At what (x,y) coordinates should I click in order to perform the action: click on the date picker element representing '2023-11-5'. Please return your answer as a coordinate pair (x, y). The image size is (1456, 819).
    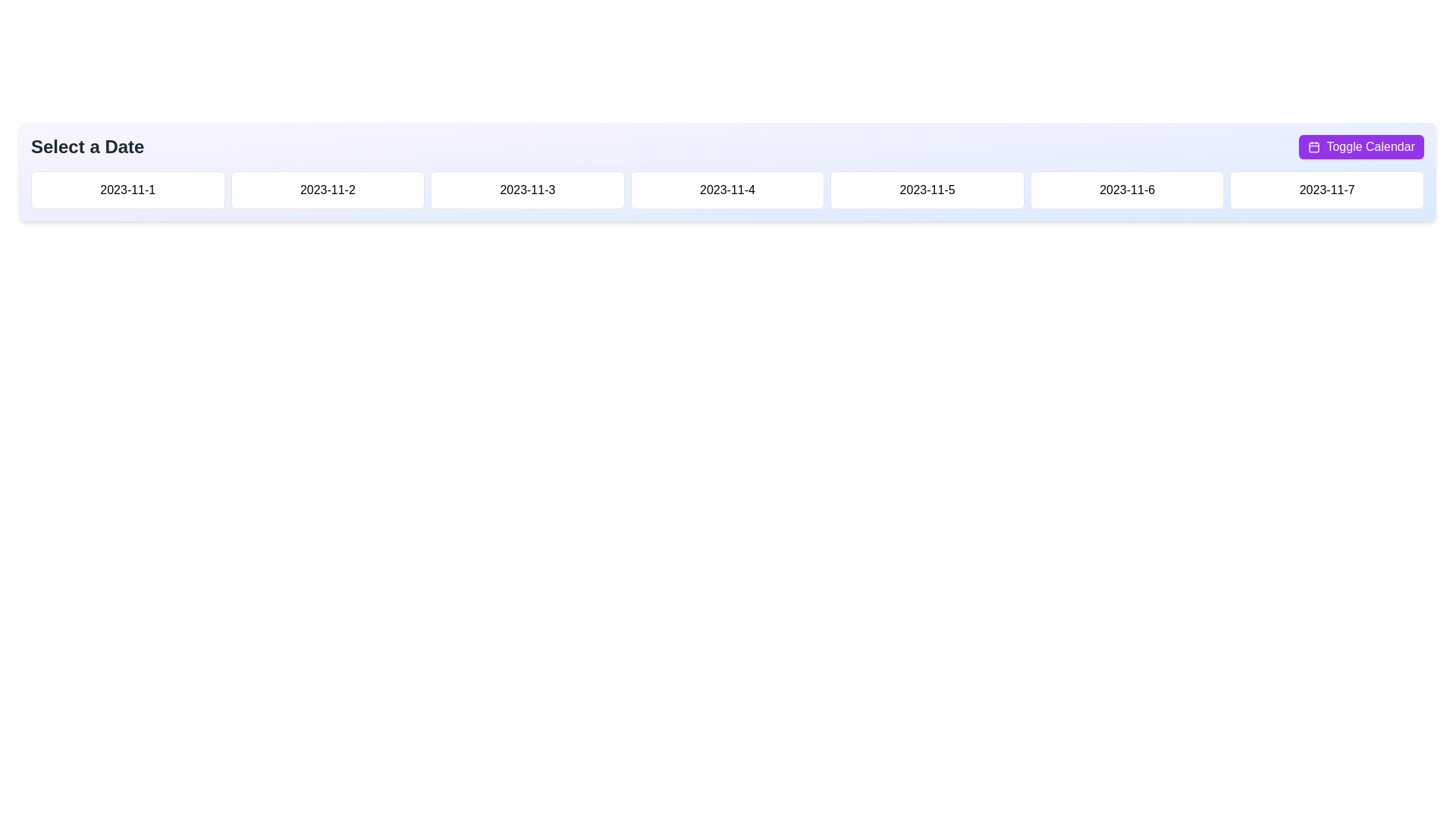
    Looking at the image, I should click on (927, 189).